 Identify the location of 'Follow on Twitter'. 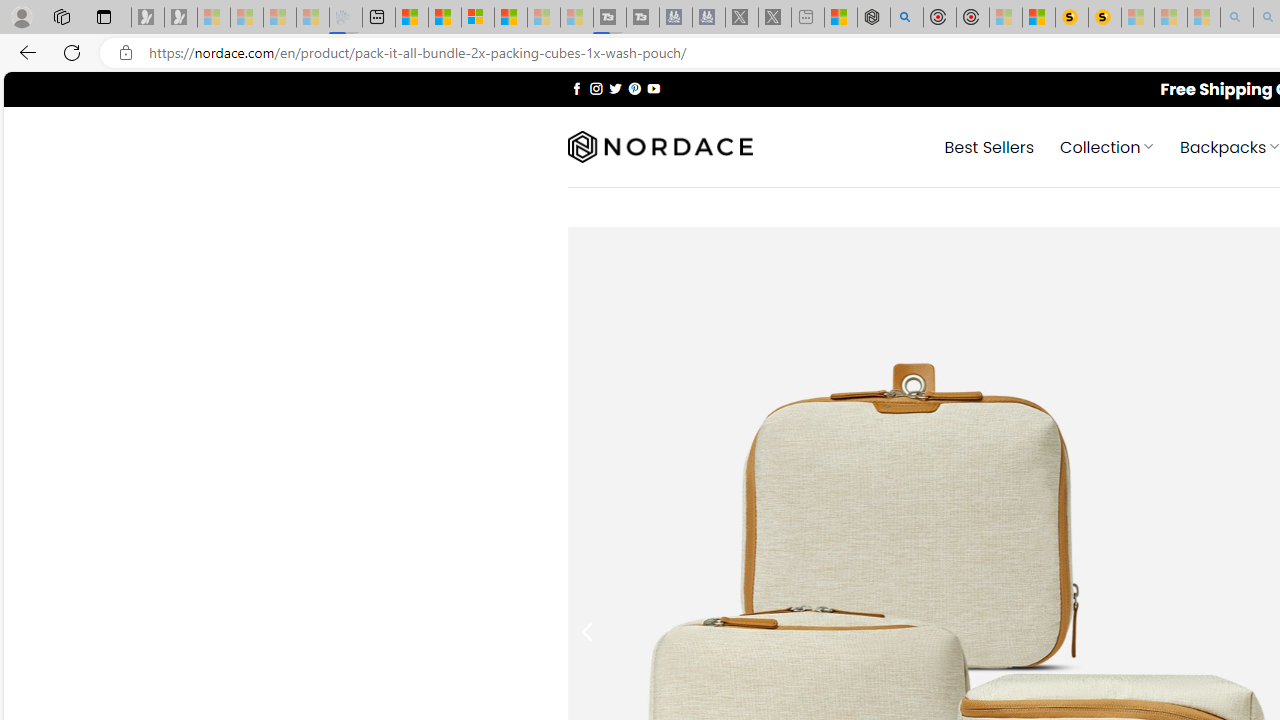
(614, 87).